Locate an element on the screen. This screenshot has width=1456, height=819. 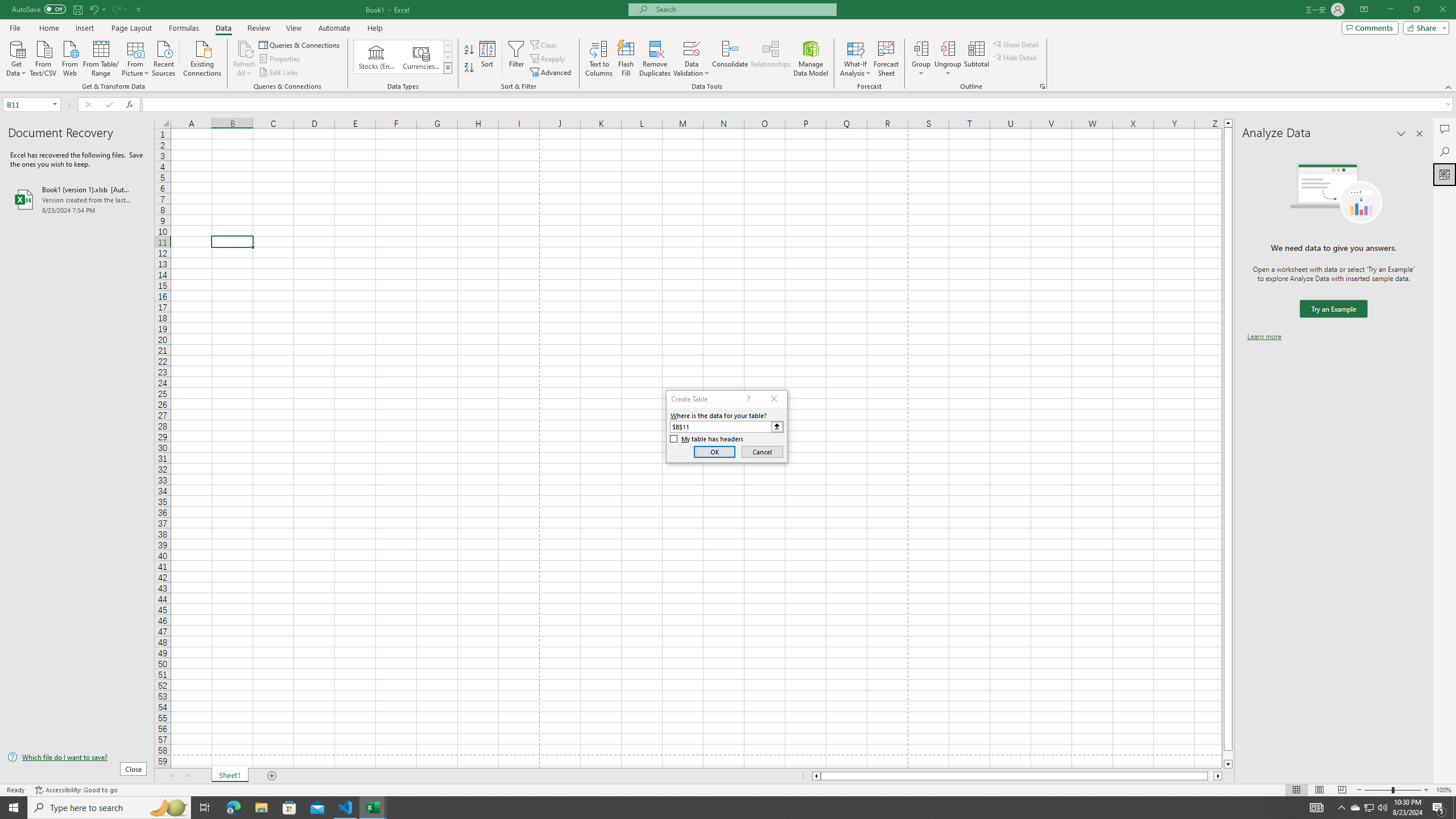
'From Table/Range' is located at coordinates (100, 57).